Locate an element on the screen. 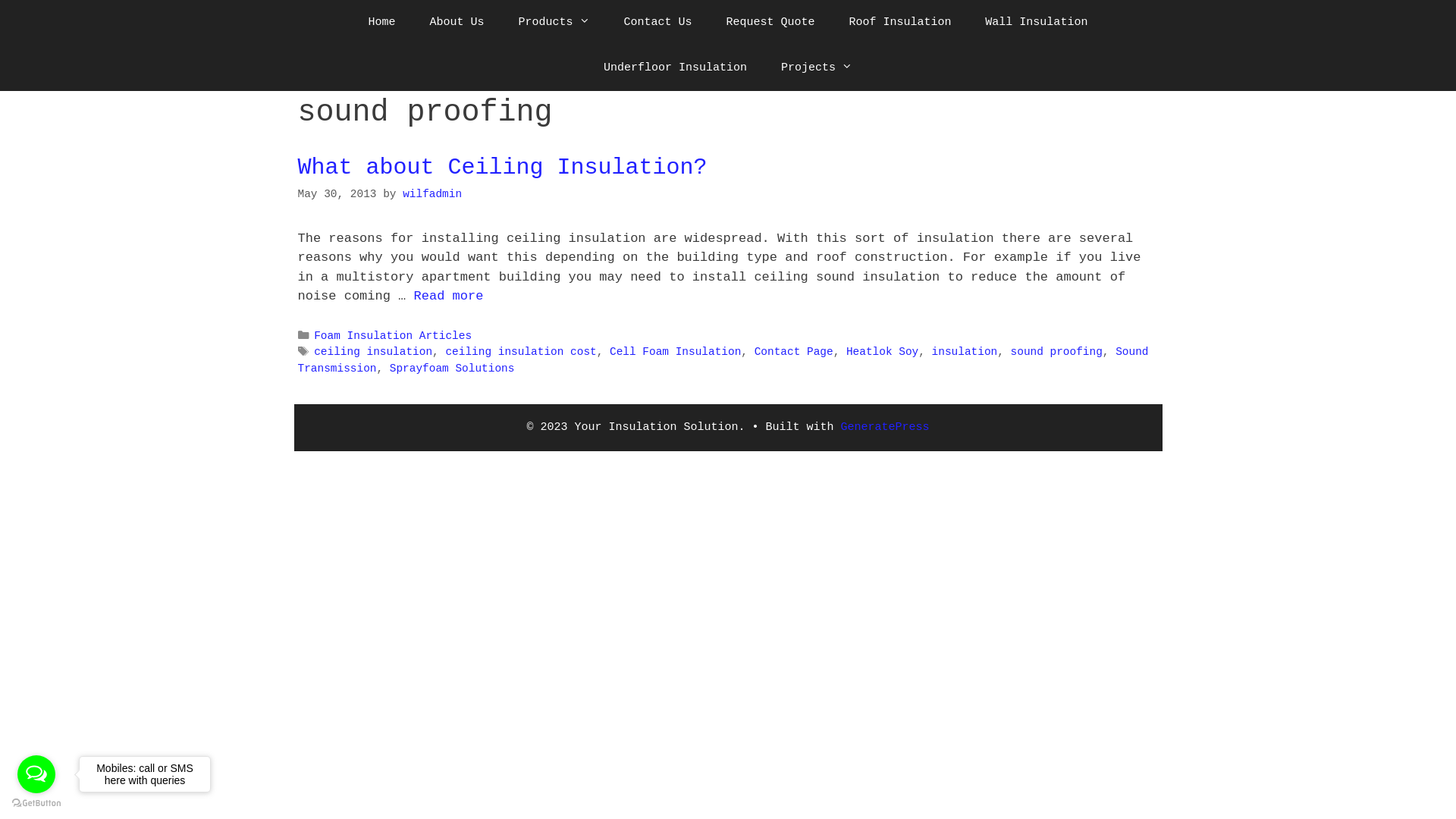 The image size is (1456, 819). 'sound proofing' is located at coordinates (1056, 351).